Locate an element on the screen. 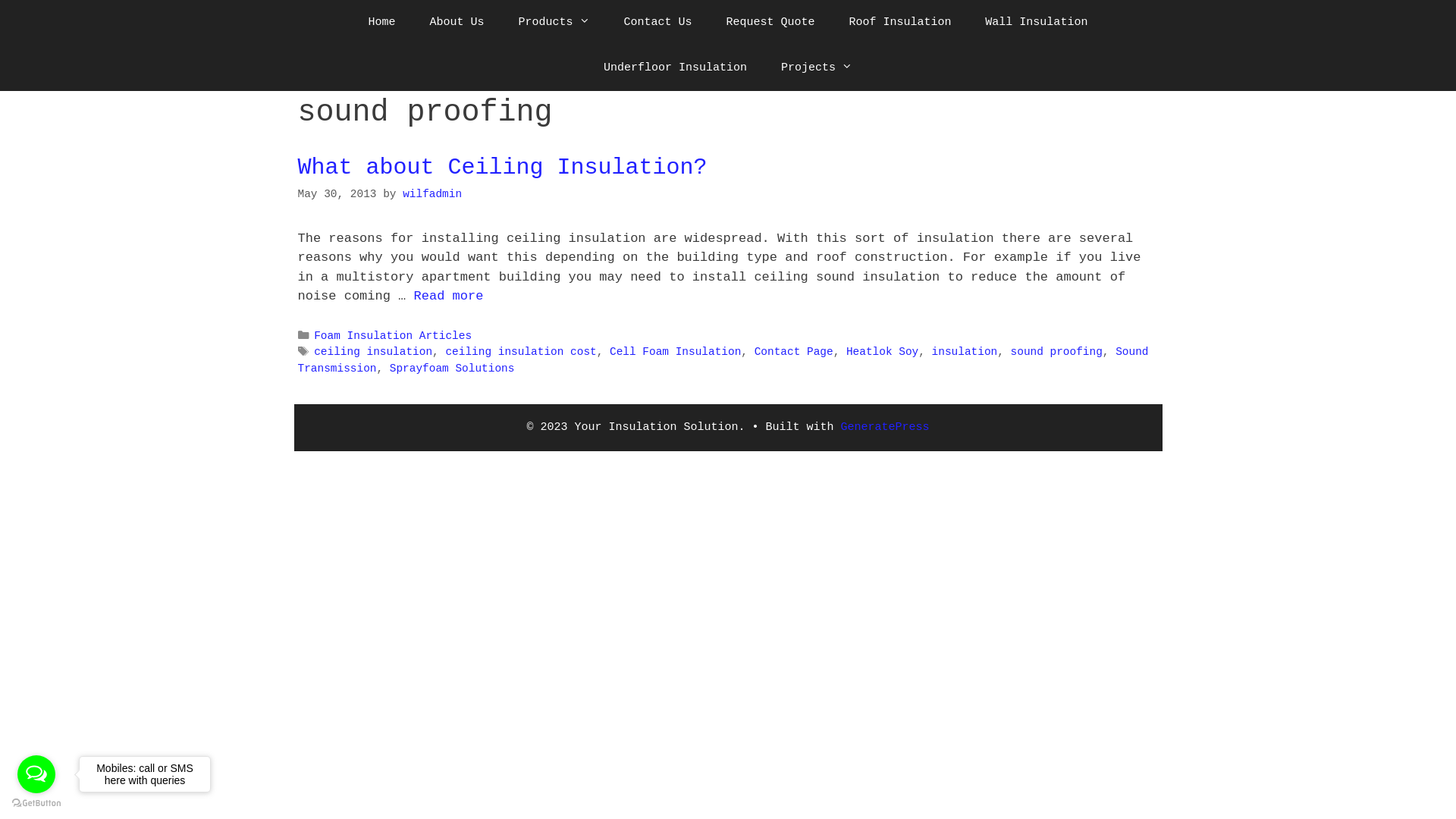 The image size is (1456, 819). 'sound proofing' is located at coordinates (1056, 351).